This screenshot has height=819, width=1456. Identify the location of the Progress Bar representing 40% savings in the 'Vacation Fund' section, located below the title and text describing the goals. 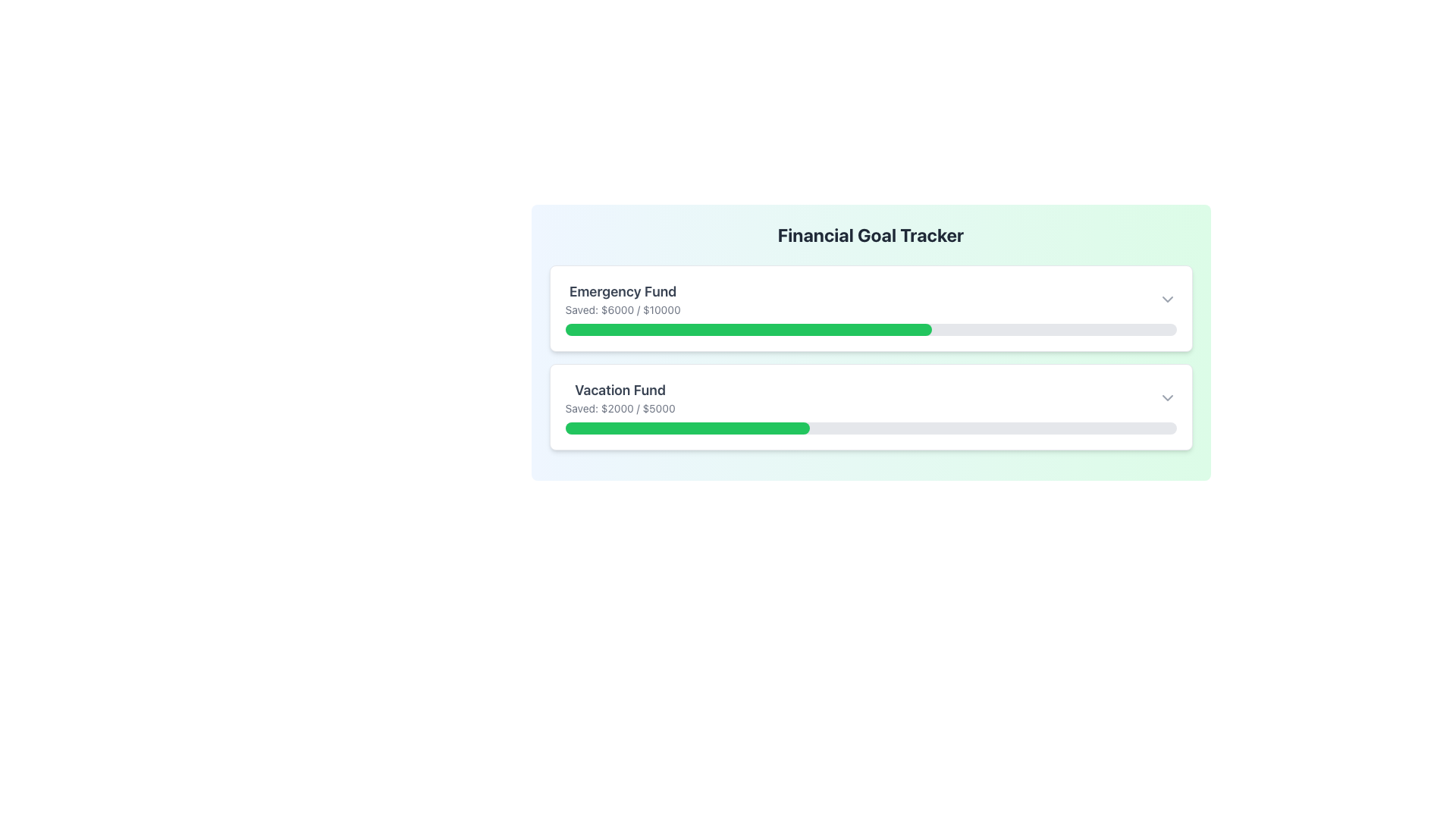
(871, 428).